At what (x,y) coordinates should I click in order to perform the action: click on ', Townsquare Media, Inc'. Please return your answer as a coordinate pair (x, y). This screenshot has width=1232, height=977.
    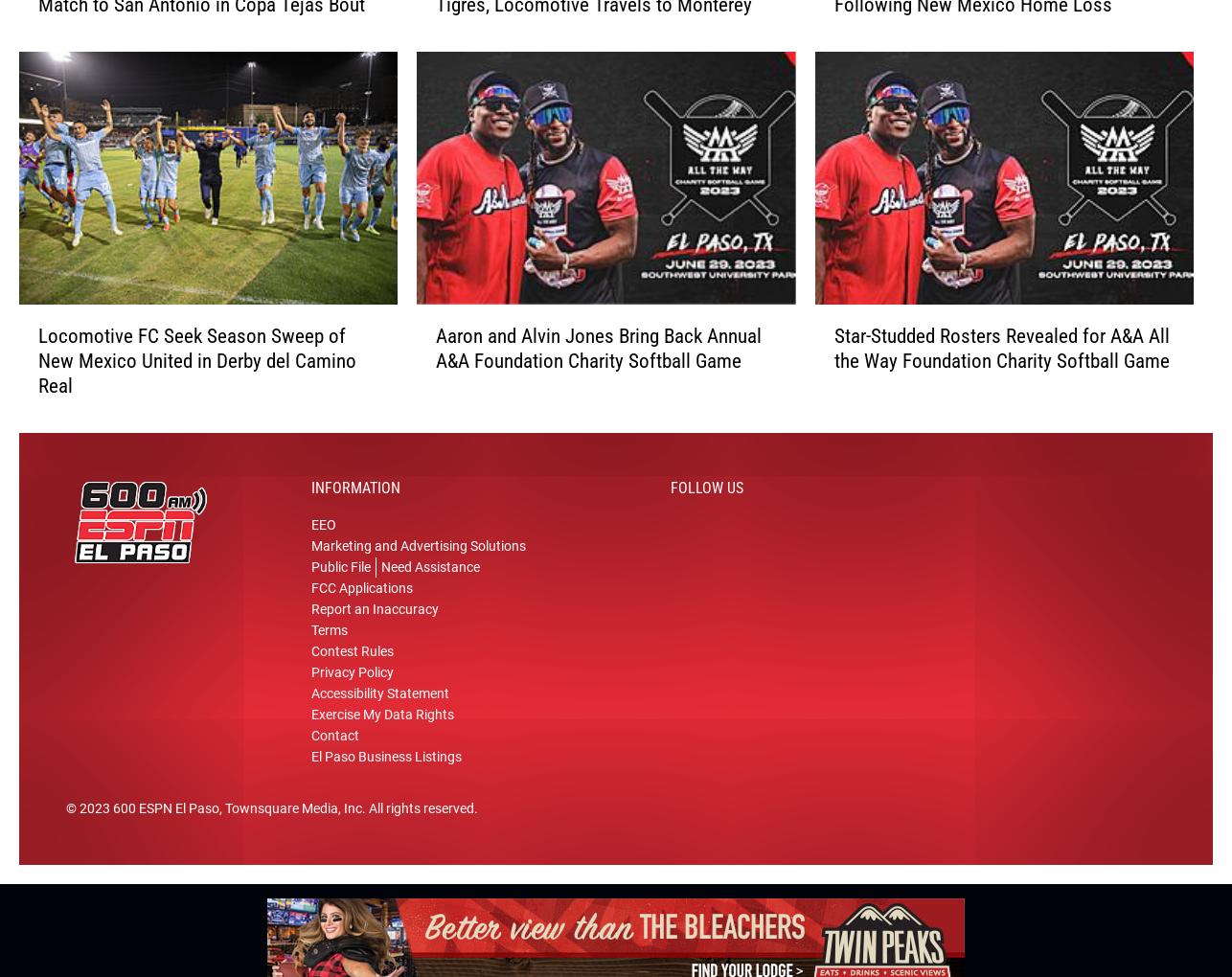
    Looking at the image, I should click on (290, 815).